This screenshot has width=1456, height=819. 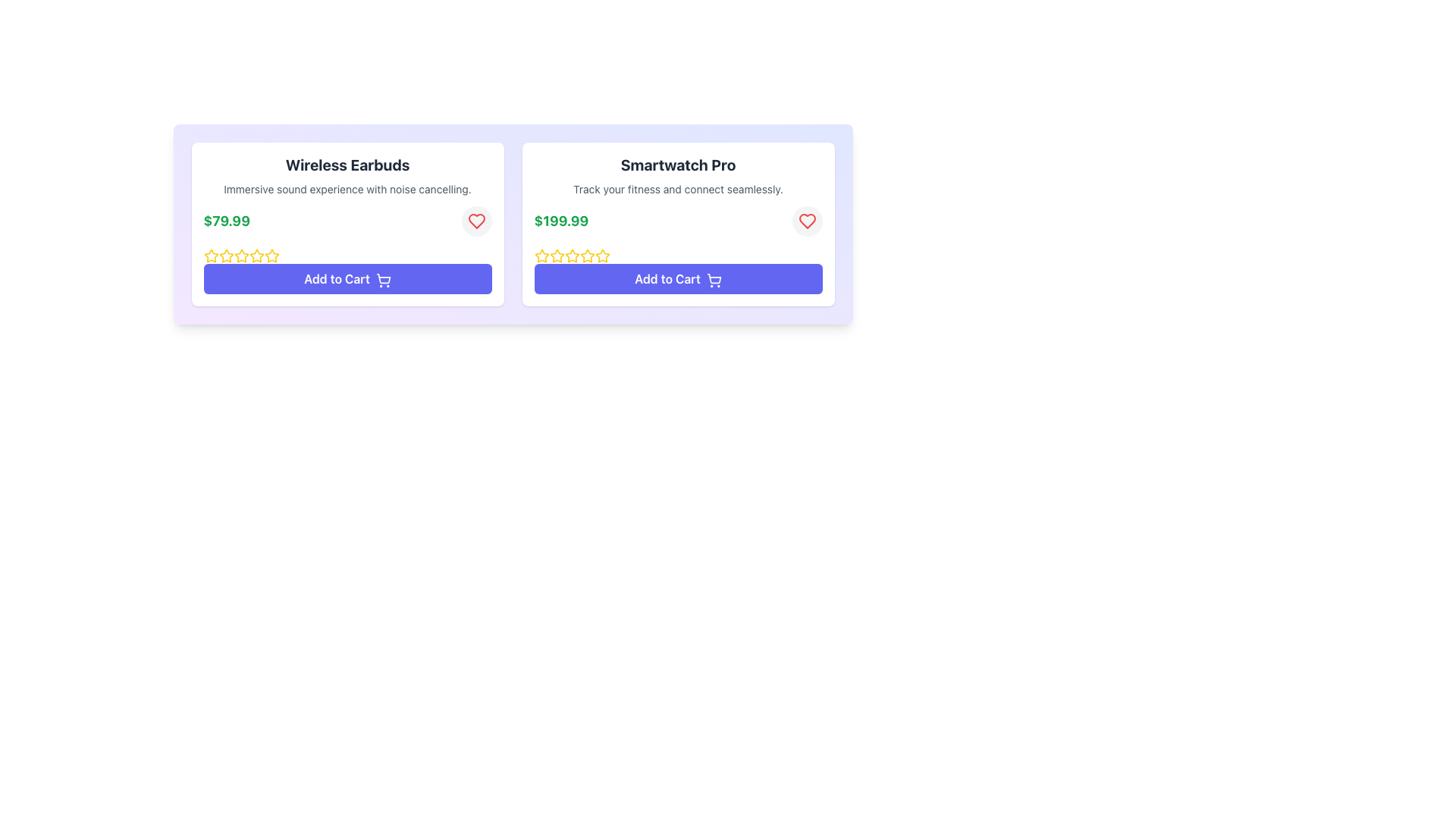 I want to click on the fourth star-shaped icon in the rating system for the 'Wireless Earbuds' located below the pricing details, so click(x=240, y=256).